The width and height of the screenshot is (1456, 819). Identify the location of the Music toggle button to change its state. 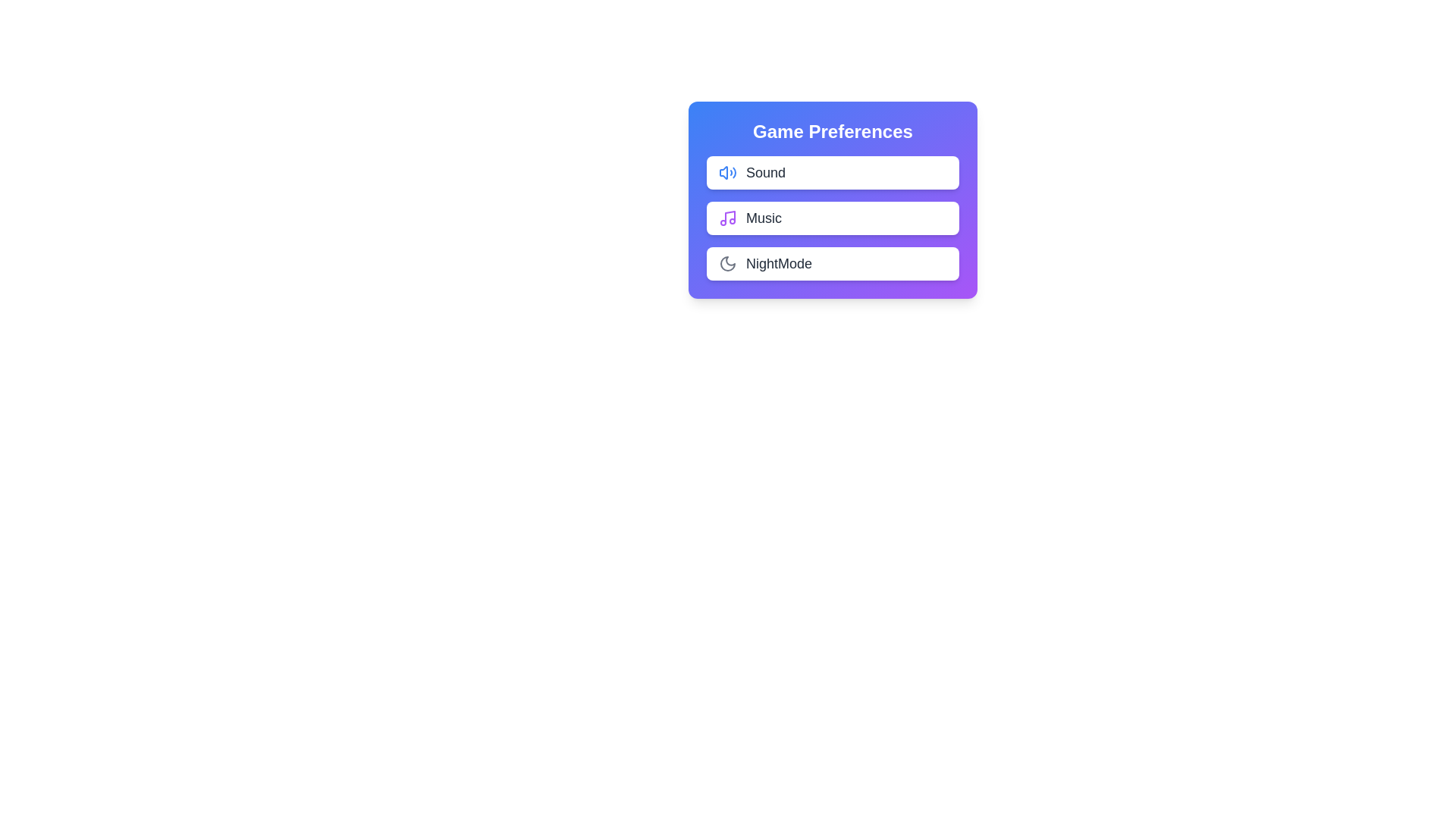
(927, 218).